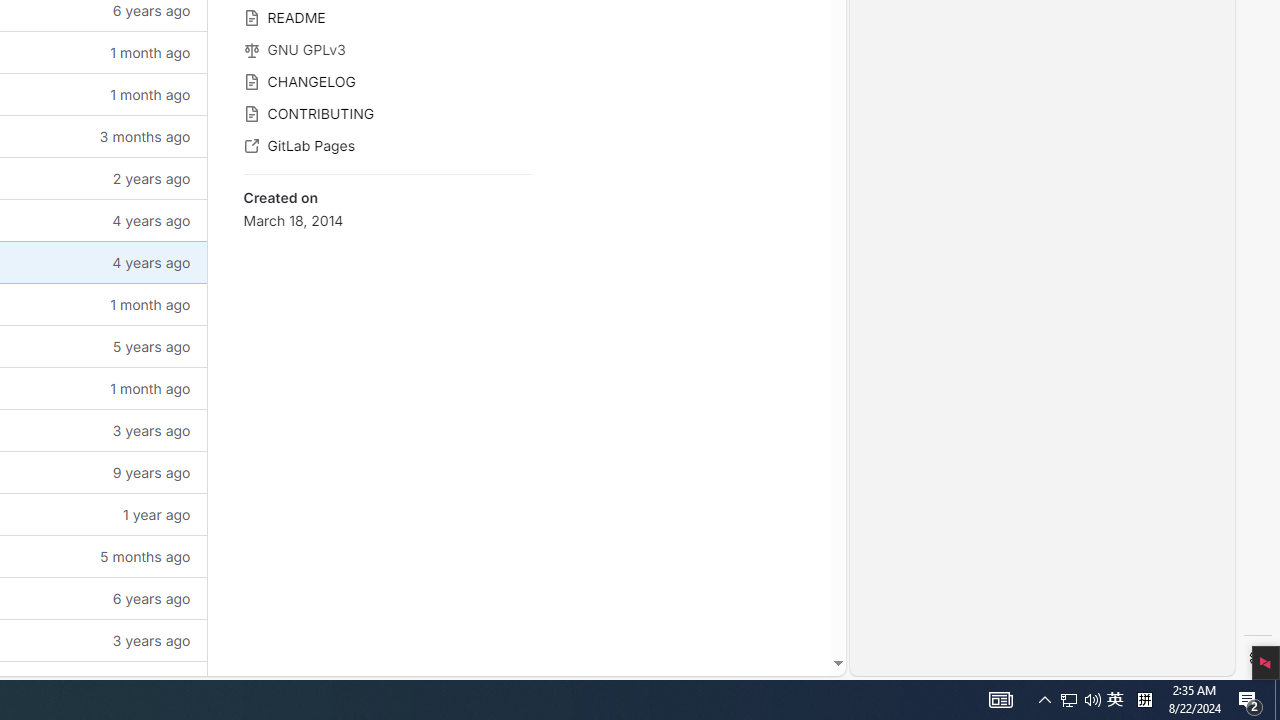 The height and width of the screenshot is (720, 1280). Describe the element at coordinates (250, 145) in the screenshot. I see `'Class: s16 icon gl-mr-3 gl-text-gray-500'` at that location.